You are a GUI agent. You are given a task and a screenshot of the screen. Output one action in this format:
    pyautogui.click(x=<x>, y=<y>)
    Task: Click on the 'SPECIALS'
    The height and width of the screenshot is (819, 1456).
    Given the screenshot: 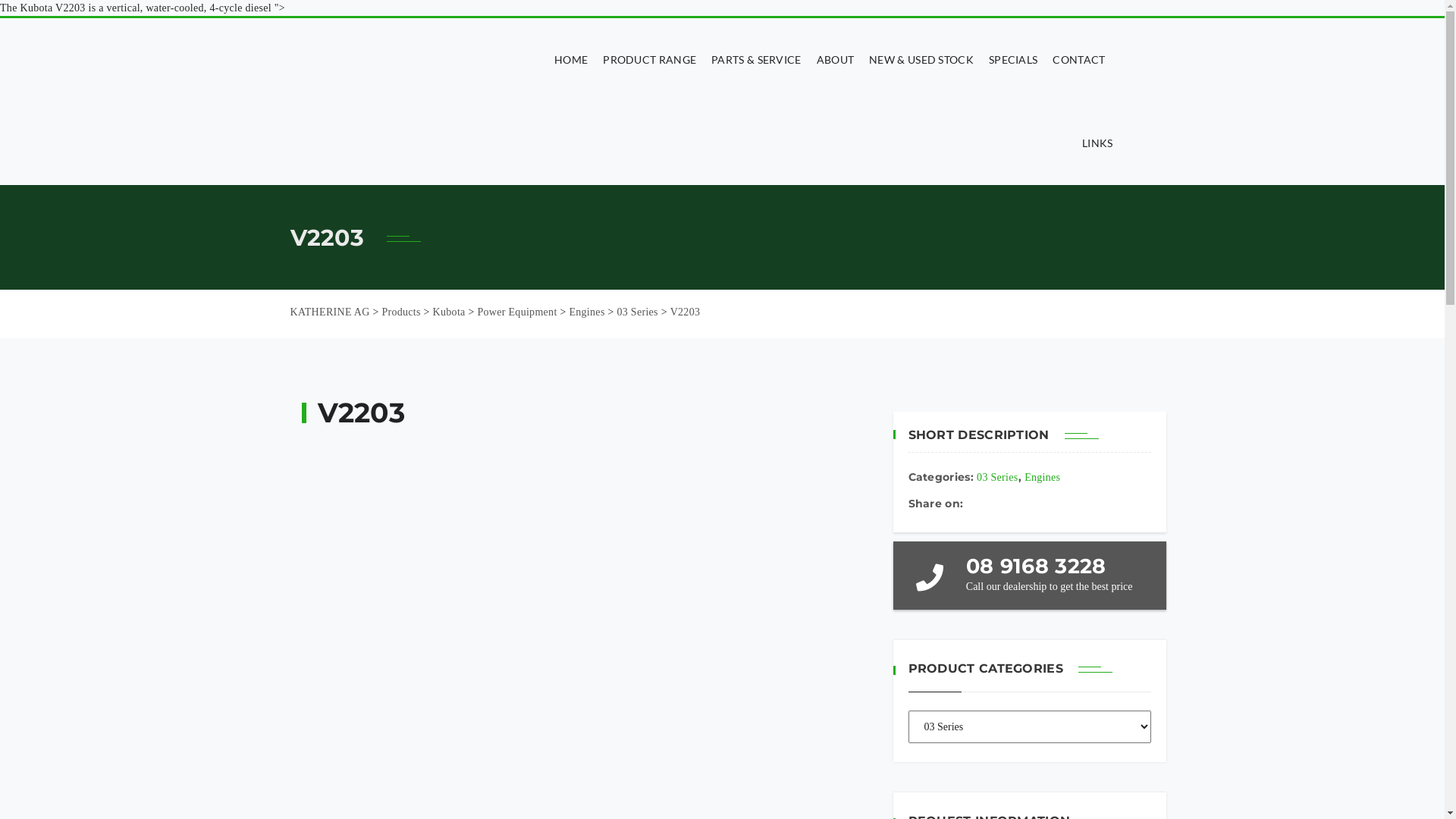 What is the action you would take?
    pyautogui.click(x=1012, y=58)
    